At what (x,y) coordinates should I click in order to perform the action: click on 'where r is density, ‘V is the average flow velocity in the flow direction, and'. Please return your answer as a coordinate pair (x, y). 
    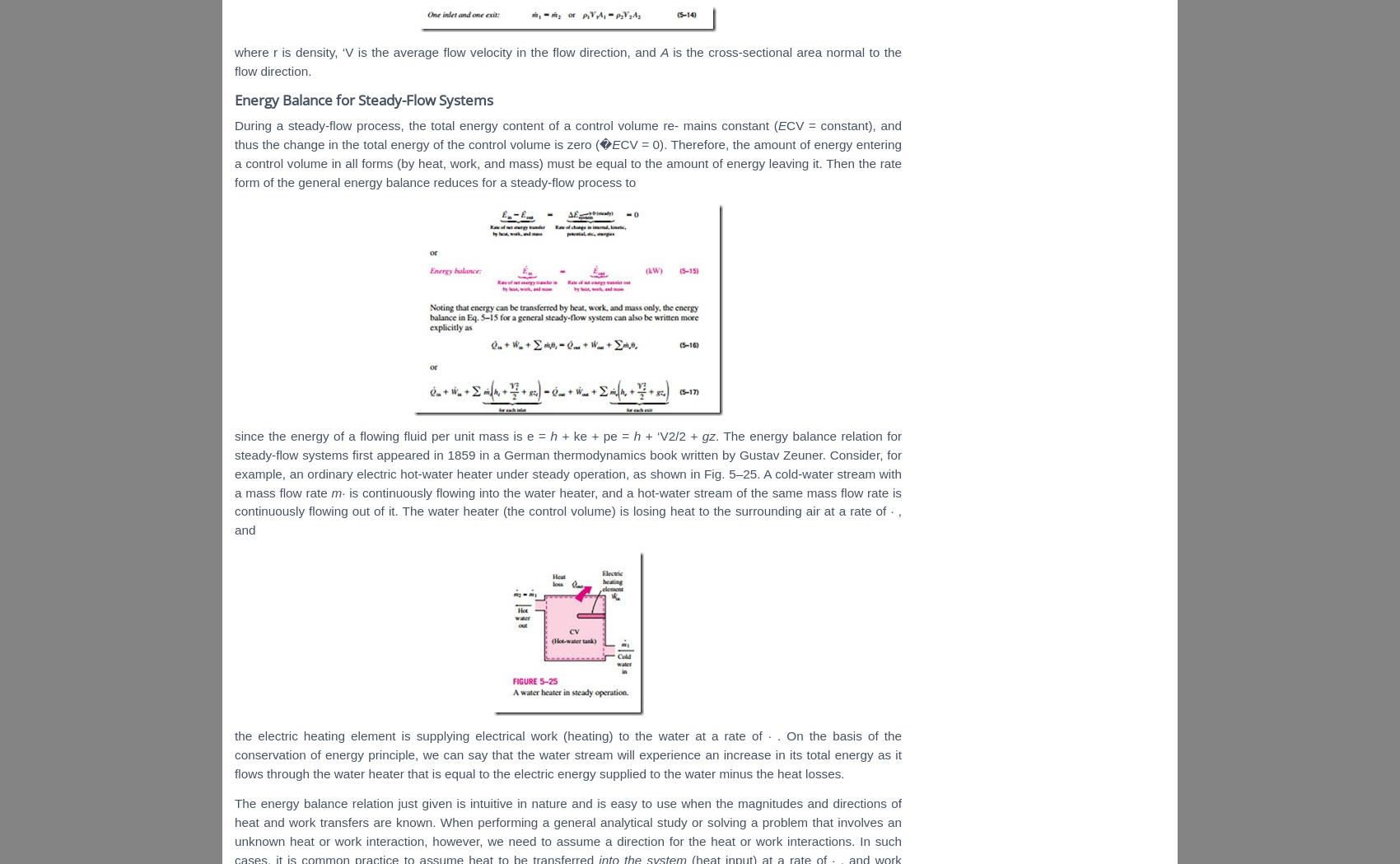
    Looking at the image, I should click on (234, 51).